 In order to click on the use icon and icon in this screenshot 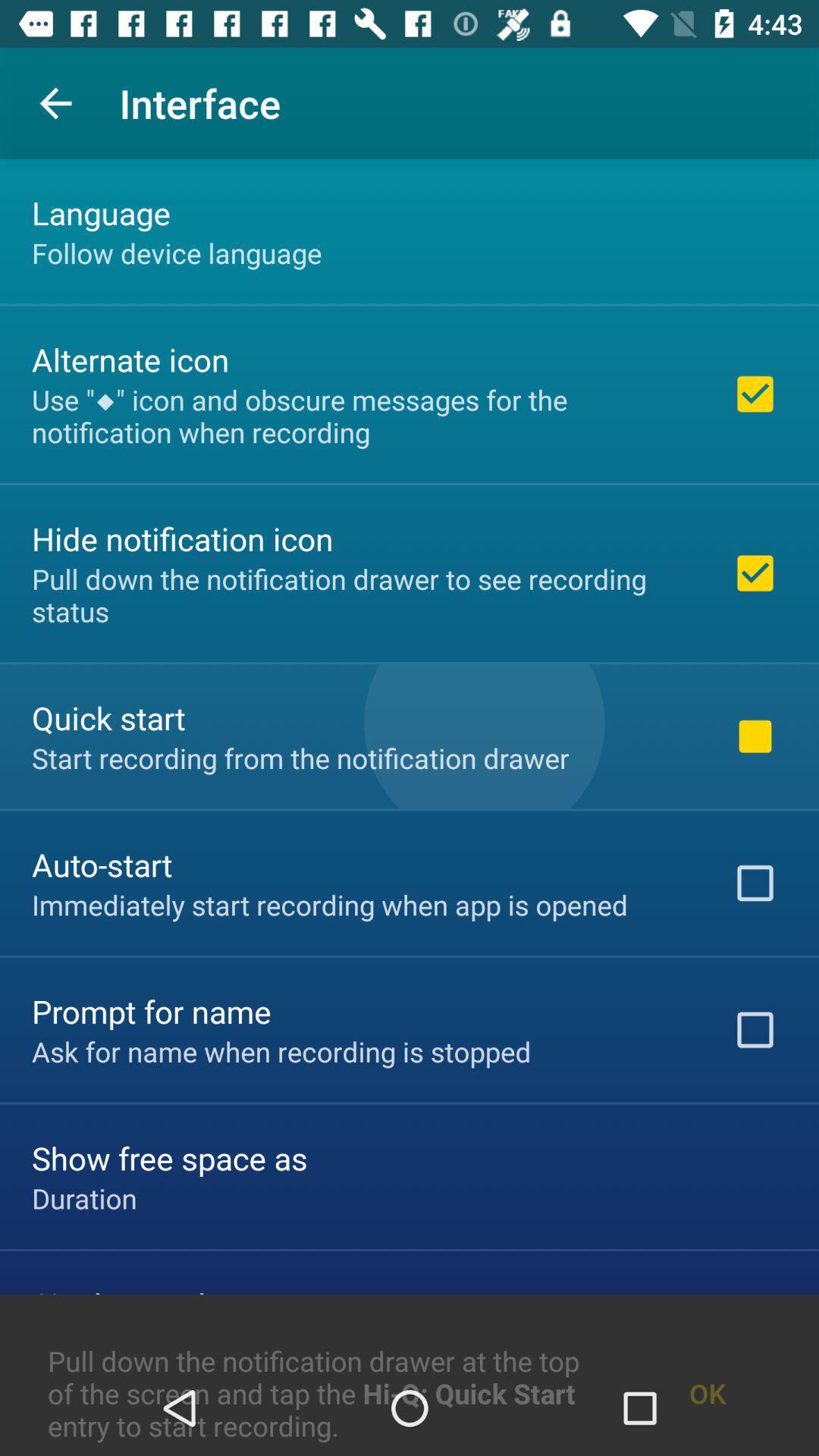, I will do `click(362, 416)`.